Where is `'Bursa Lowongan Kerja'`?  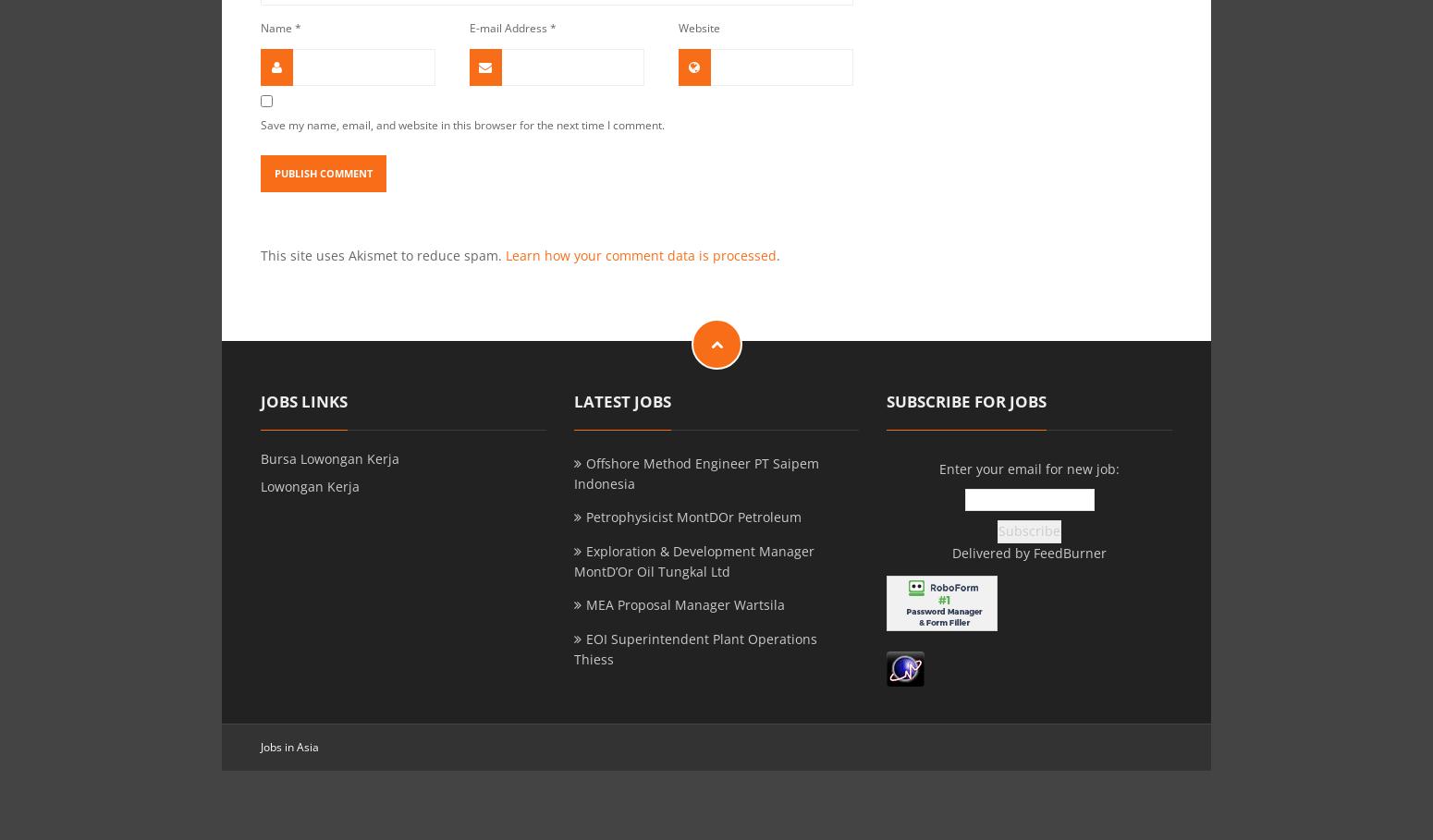
'Bursa Lowongan Kerja' is located at coordinates (328, 457).